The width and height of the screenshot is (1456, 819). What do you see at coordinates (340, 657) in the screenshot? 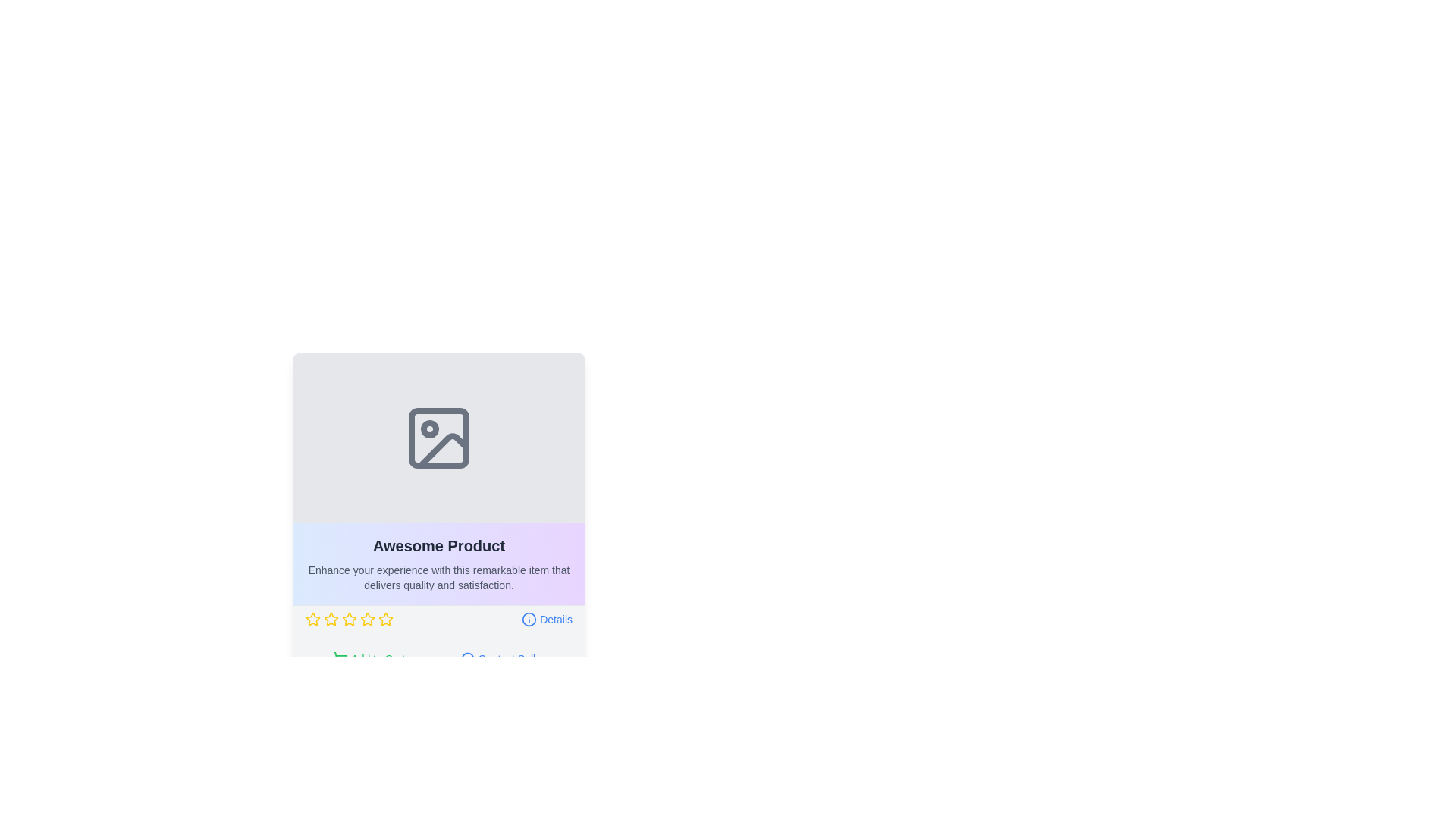
I see `the shopping cart icon on the left side of the 'Add to Cart' button` at bounding box center [340, 657].